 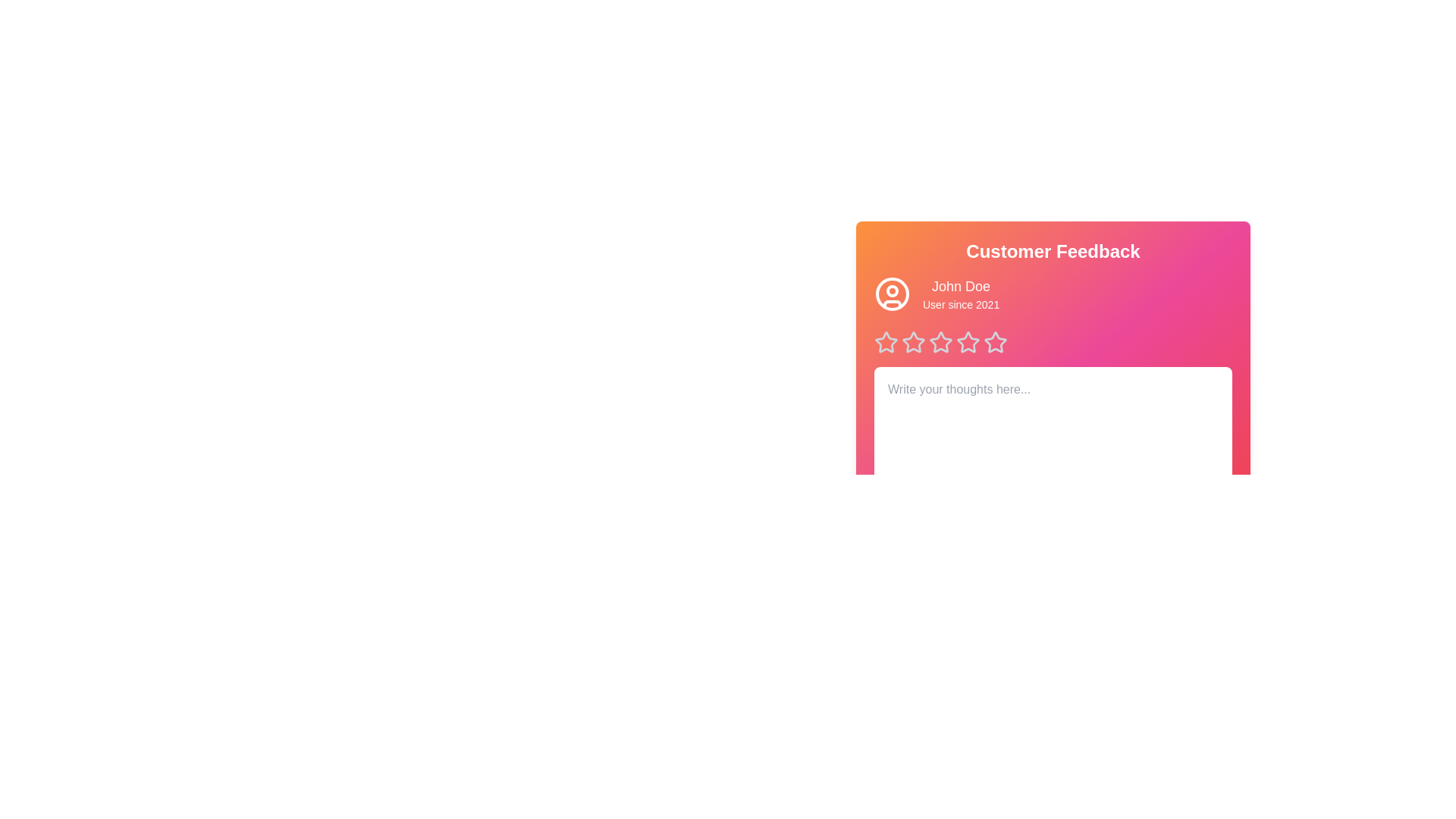 I want to click on the user icon to trigger visual feedback, so click(x=892, y=294).